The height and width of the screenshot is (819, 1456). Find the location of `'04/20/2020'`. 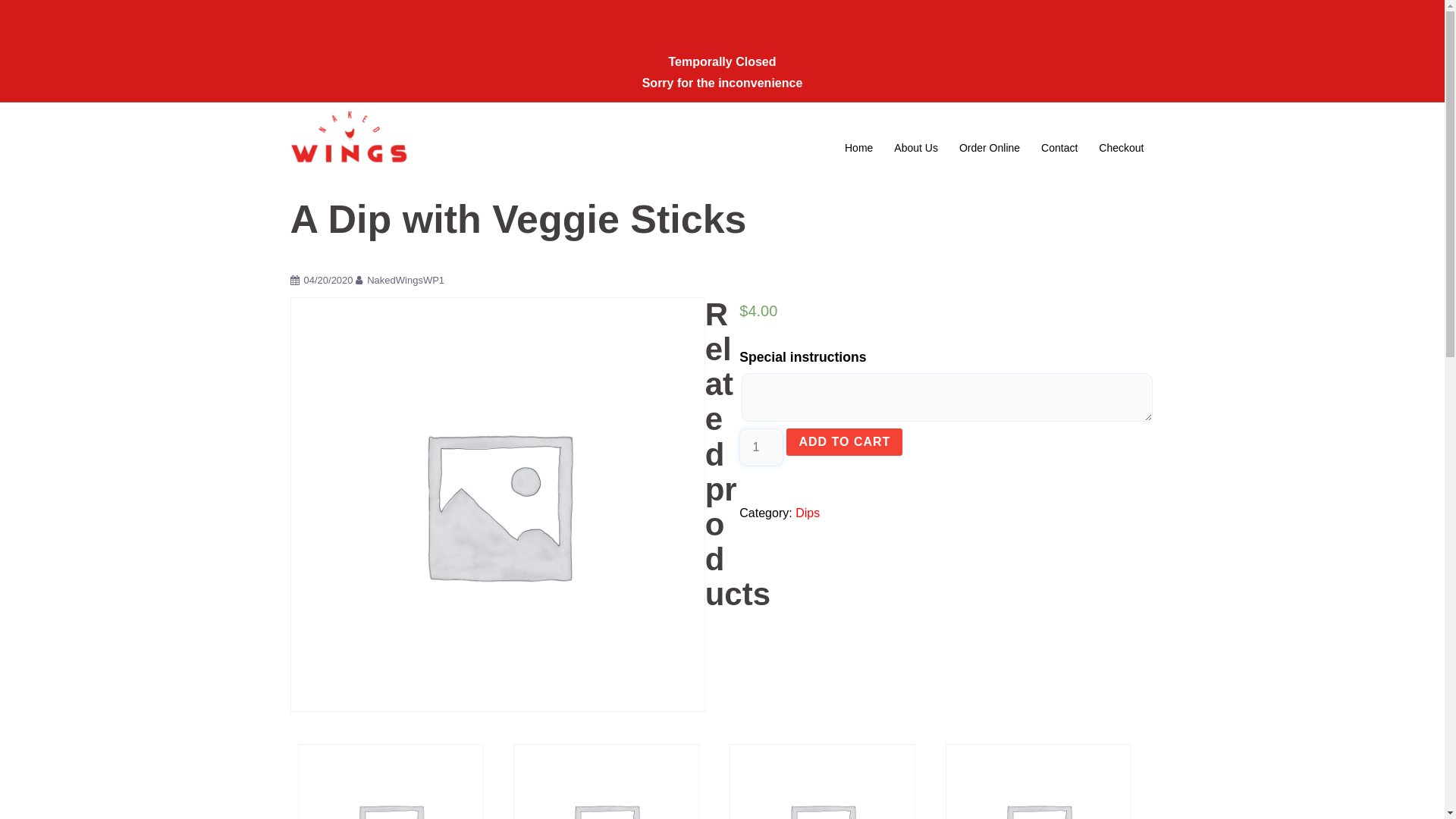

'04/20/2020' is located at coordinates (327, 280).